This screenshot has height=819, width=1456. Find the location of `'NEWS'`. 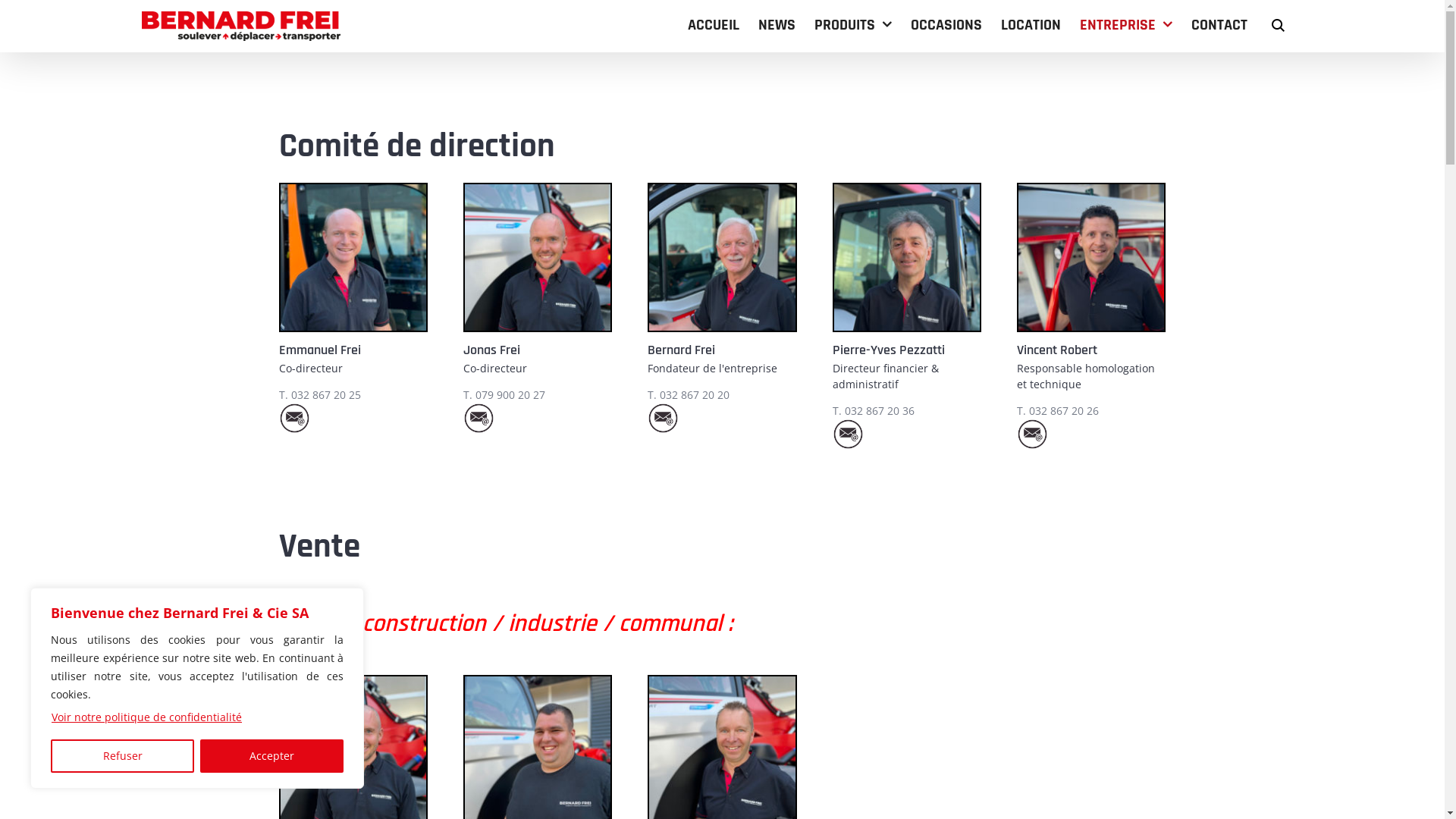

'NEWS' is located at coordinates (777, 24).